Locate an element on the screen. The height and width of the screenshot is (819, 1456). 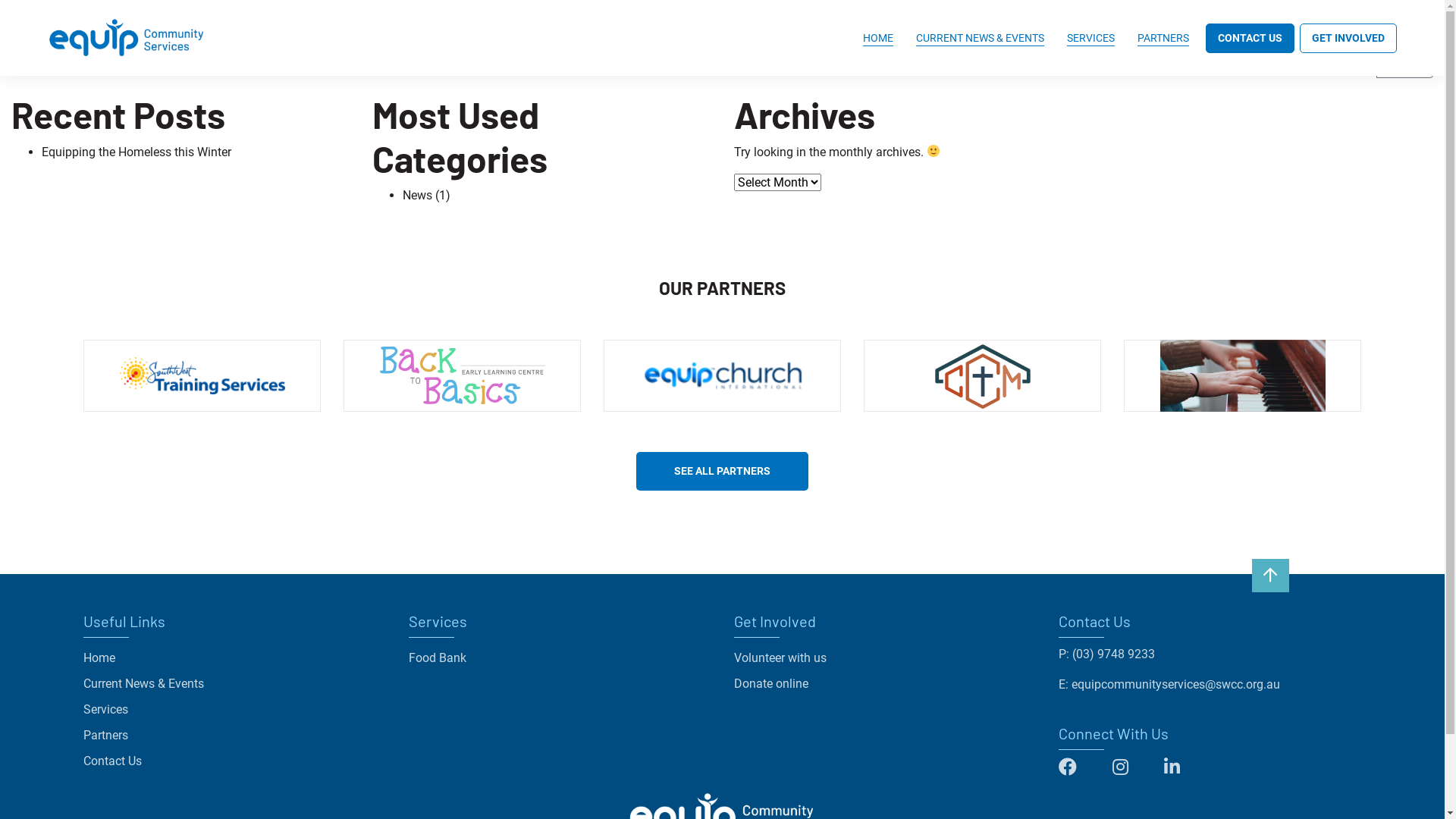
'P: (03) 9748 9233' is located at coordinates (1106, 654).